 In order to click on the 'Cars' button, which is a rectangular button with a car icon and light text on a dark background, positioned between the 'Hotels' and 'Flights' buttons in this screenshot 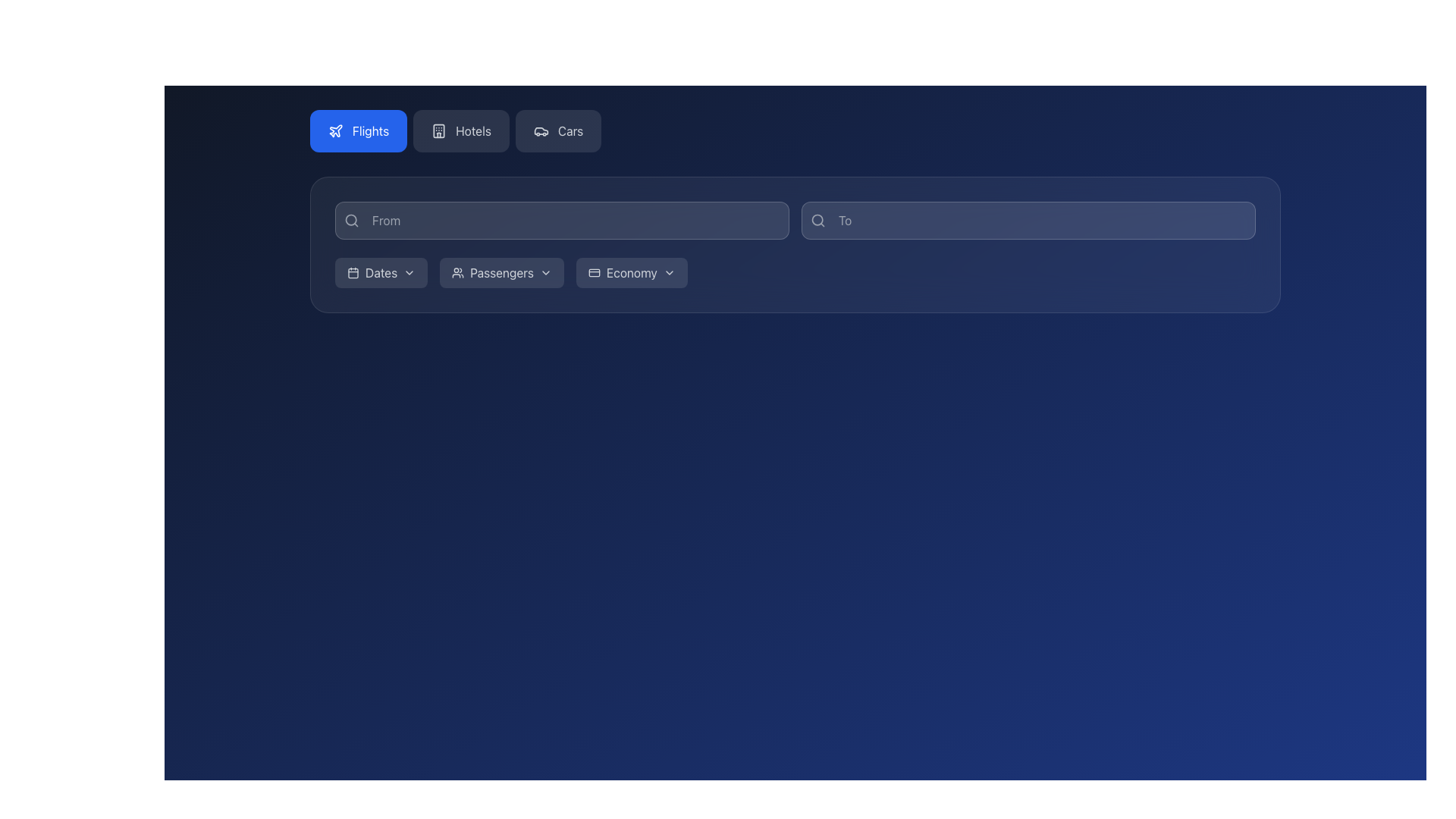, I will do `click(557, 130)`.